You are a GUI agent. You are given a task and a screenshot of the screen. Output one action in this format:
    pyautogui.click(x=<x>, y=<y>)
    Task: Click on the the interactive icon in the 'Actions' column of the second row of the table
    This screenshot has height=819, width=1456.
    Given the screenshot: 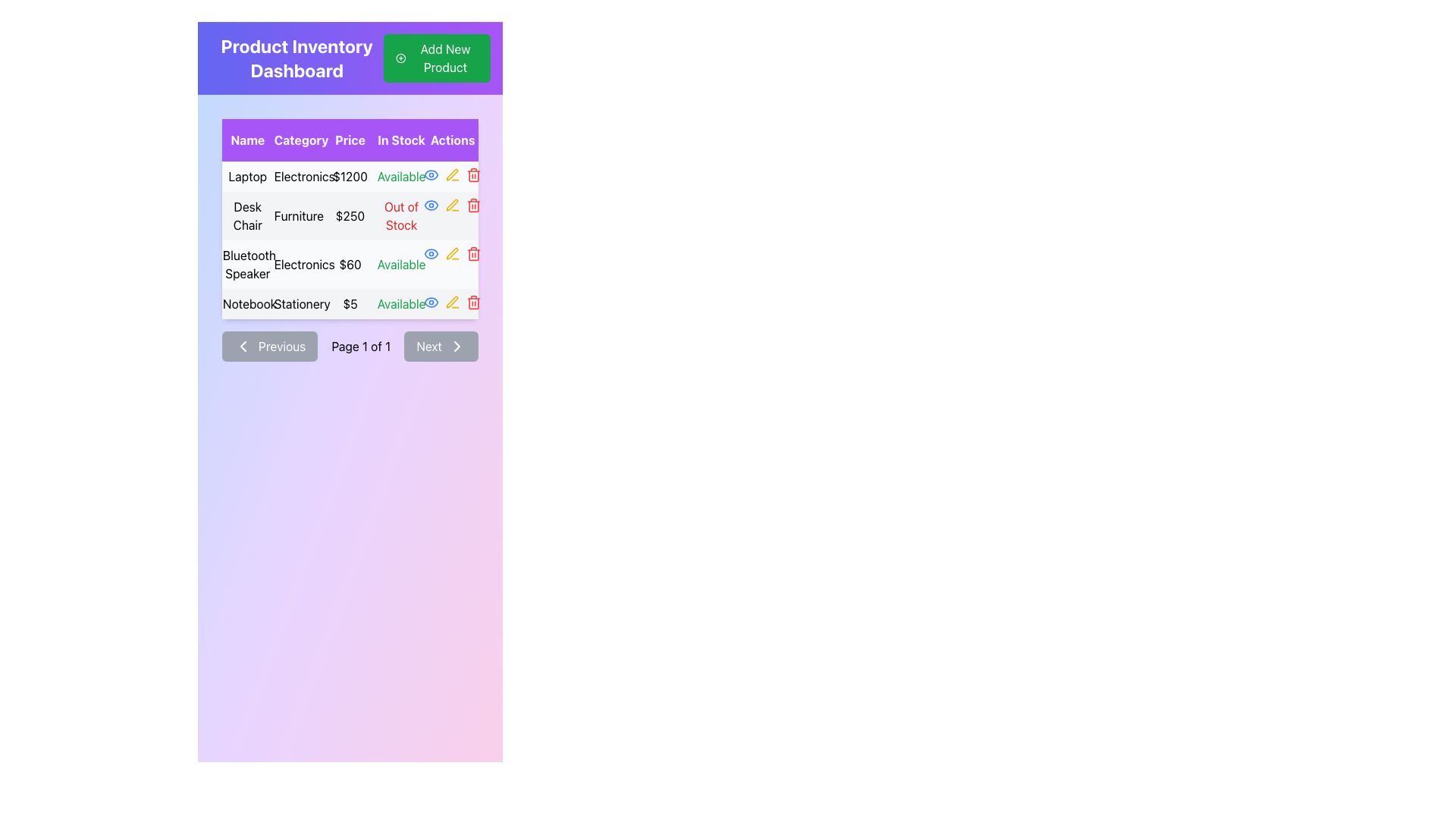 What is the action you would take?
    pyautogui.click(x=431, y=205)
    